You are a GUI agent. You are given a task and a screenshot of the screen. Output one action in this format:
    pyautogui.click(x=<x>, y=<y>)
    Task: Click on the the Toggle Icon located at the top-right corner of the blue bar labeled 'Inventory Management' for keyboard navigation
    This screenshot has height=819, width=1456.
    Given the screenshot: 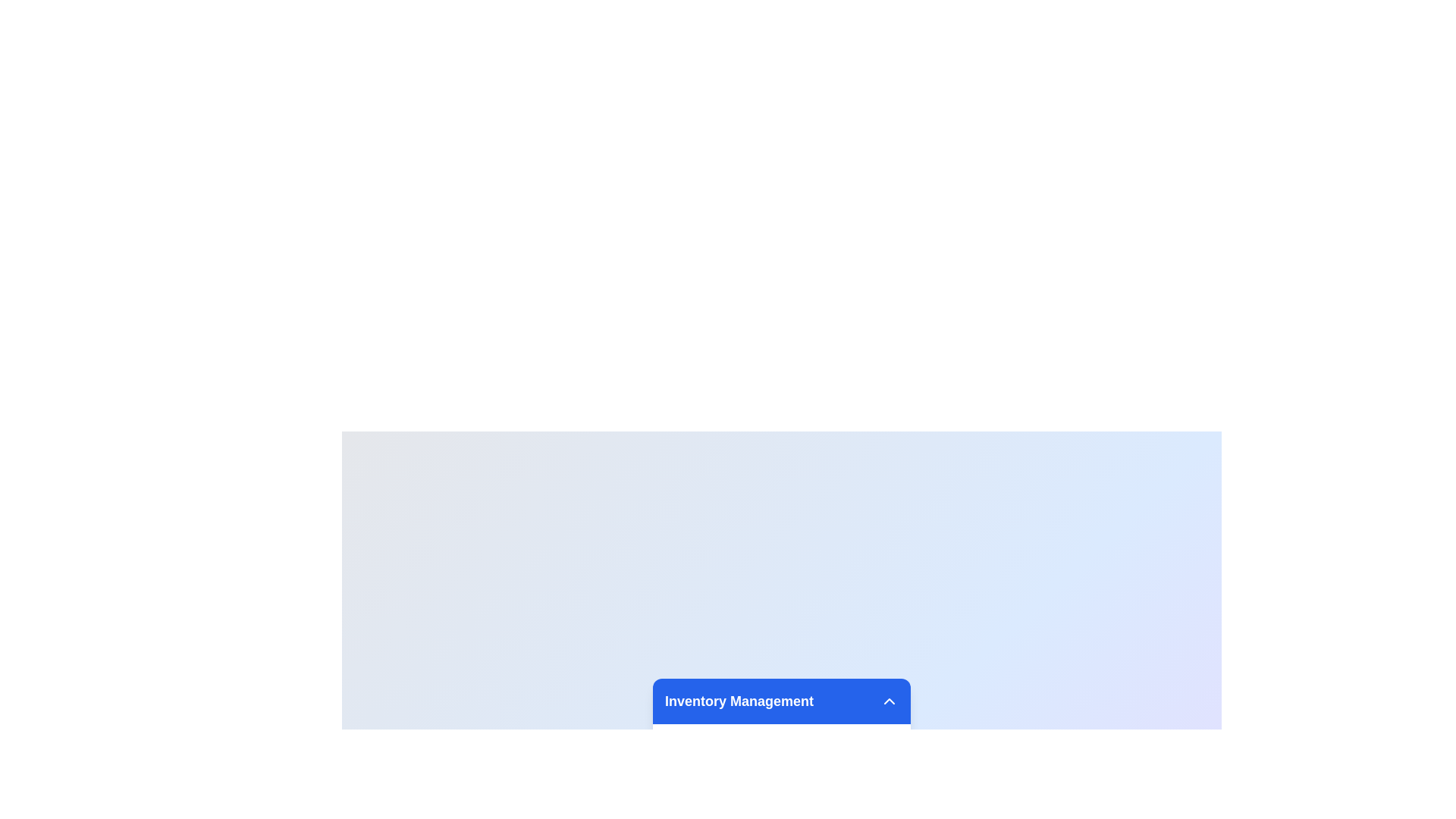 What is the action you would take?
    pyautogui.click(x=889, y=701)
    